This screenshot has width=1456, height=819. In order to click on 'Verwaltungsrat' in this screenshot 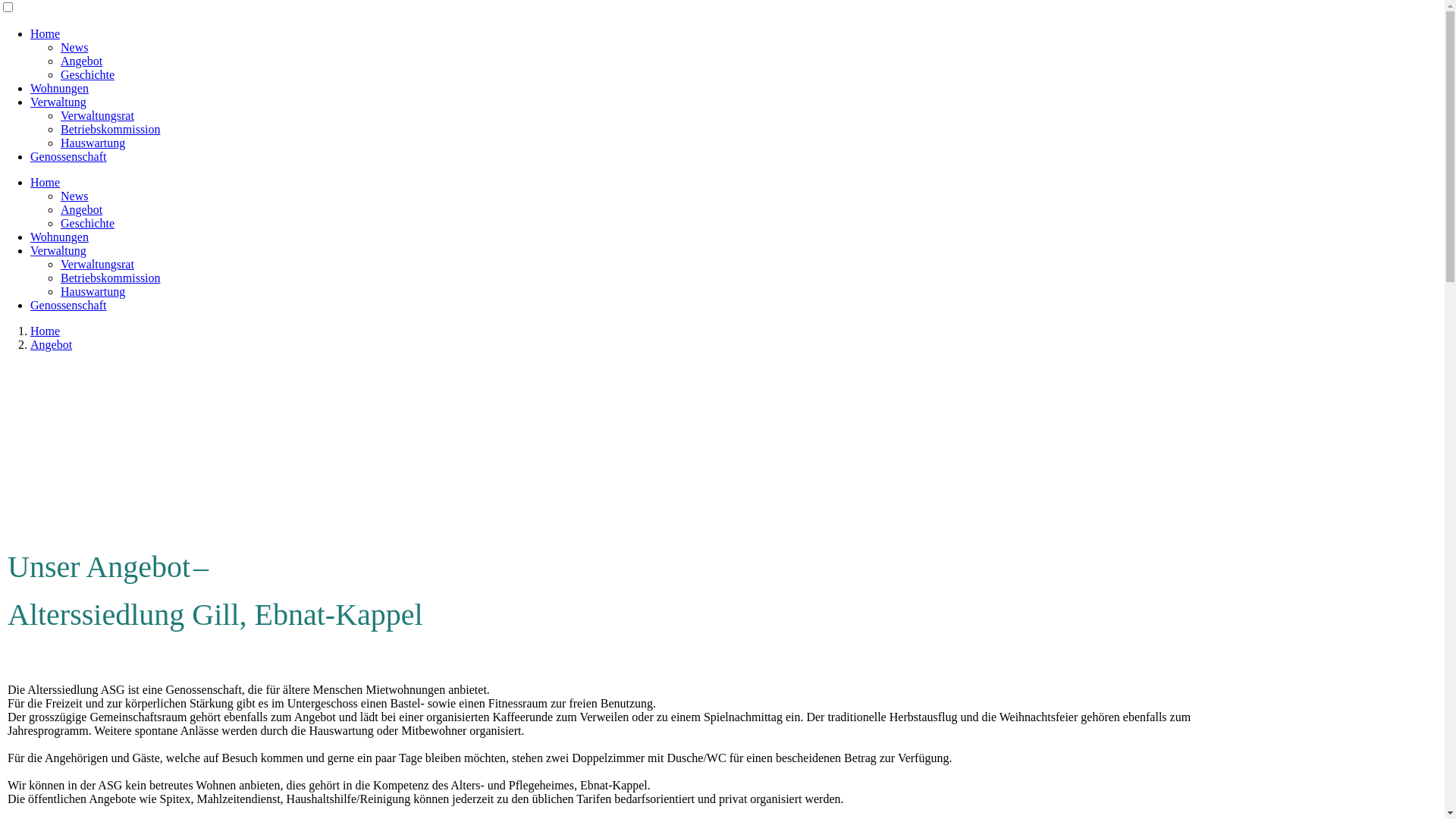, I will do `click(96, 263)`.